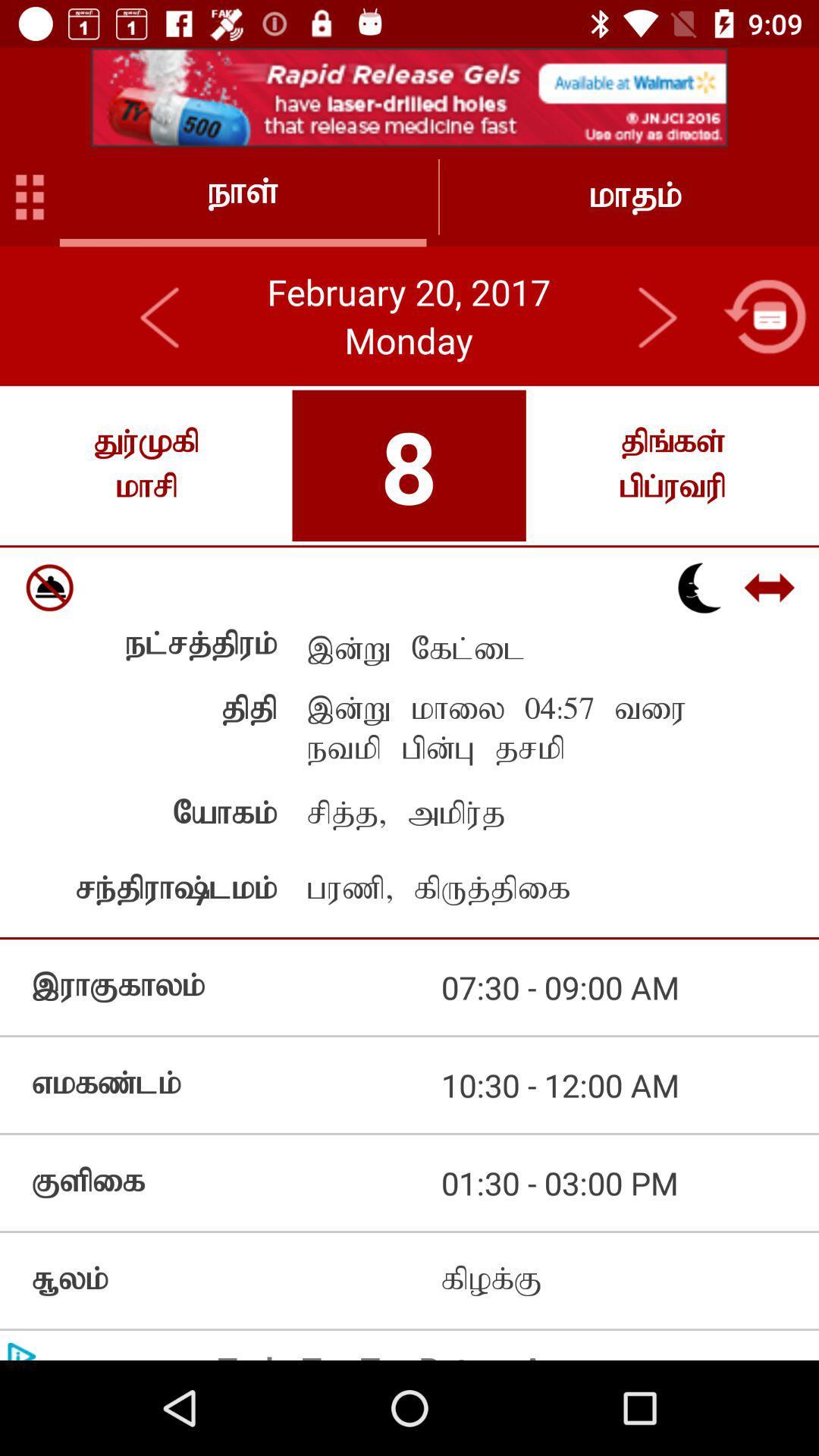 This screenshot has width=819, height=1456. What do you see at coordinates (161, 315) in the screenshot?
I see `the arrow_backward icon` at bounding box center [161, 315].